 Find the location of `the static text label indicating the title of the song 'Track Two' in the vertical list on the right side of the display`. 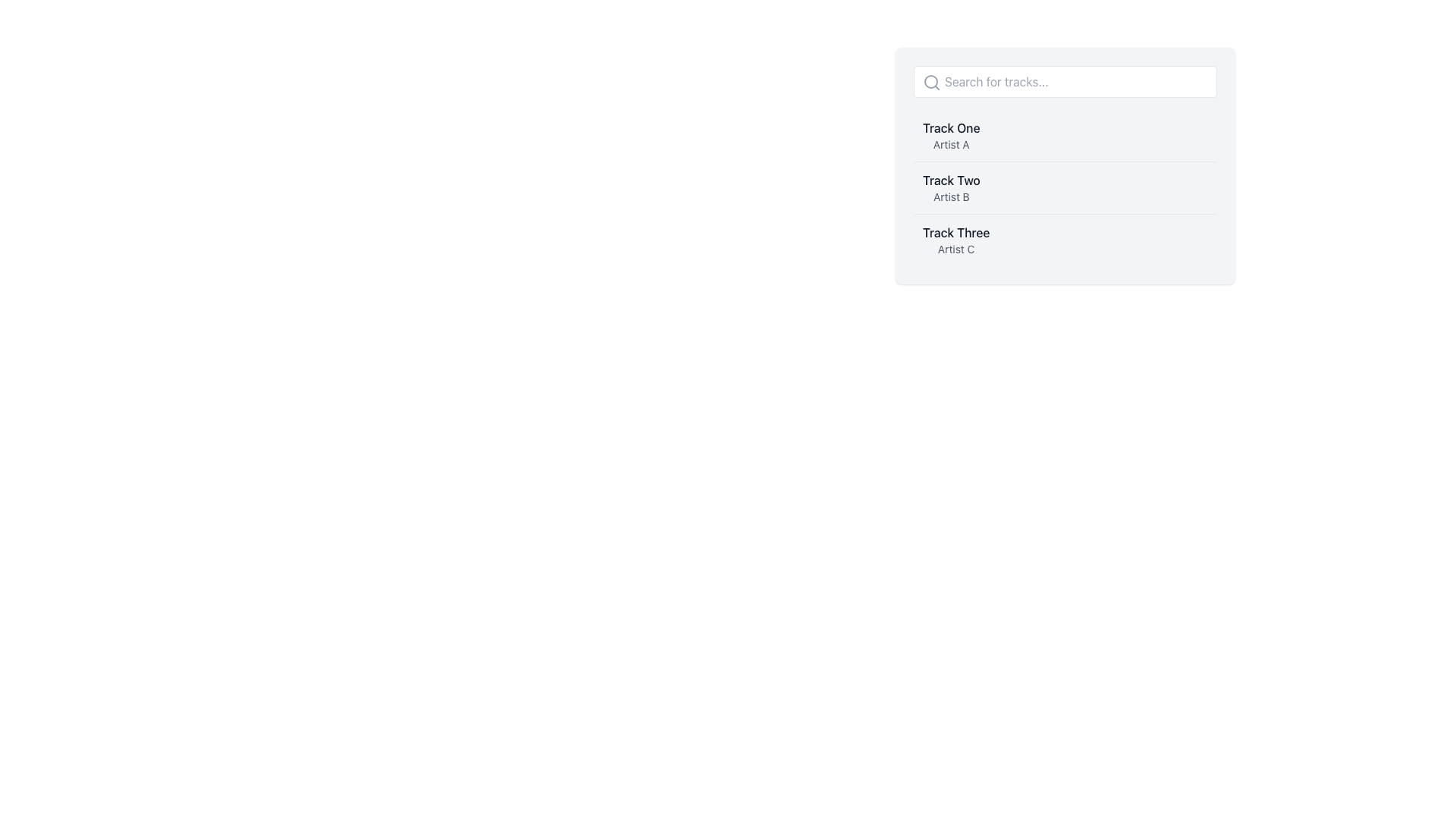

the static text label indicating the title of the song 'Track Two' in the vertical list on the right side of the display is located at coordinates (950, 180).